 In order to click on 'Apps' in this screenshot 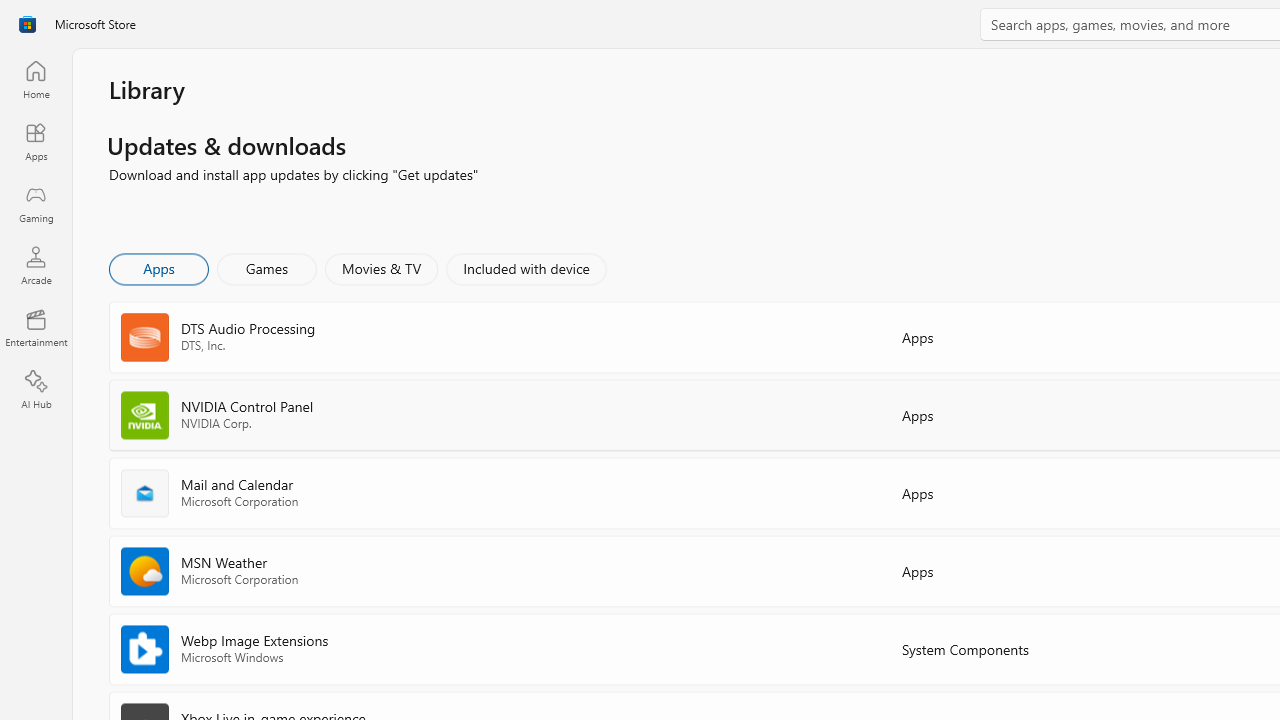, I will do `click(157, 267)`.